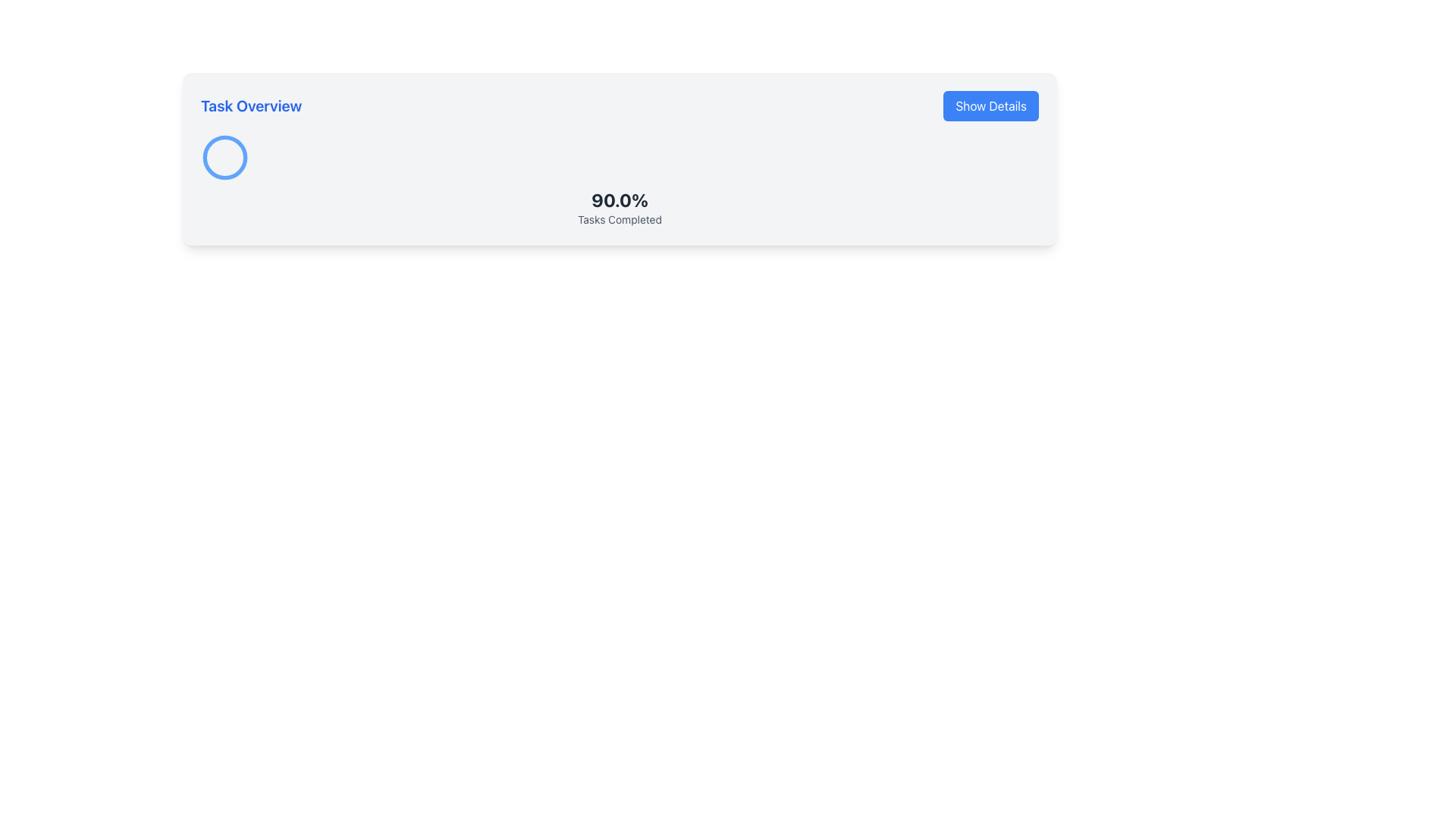 The image size is (1456, 819). I want to click on the 'Show Details' button, which is a rectangular button with rounded corners and changes color on hover, located in the top-right corner of the 'Task Overview' bar, so click(991, 105).